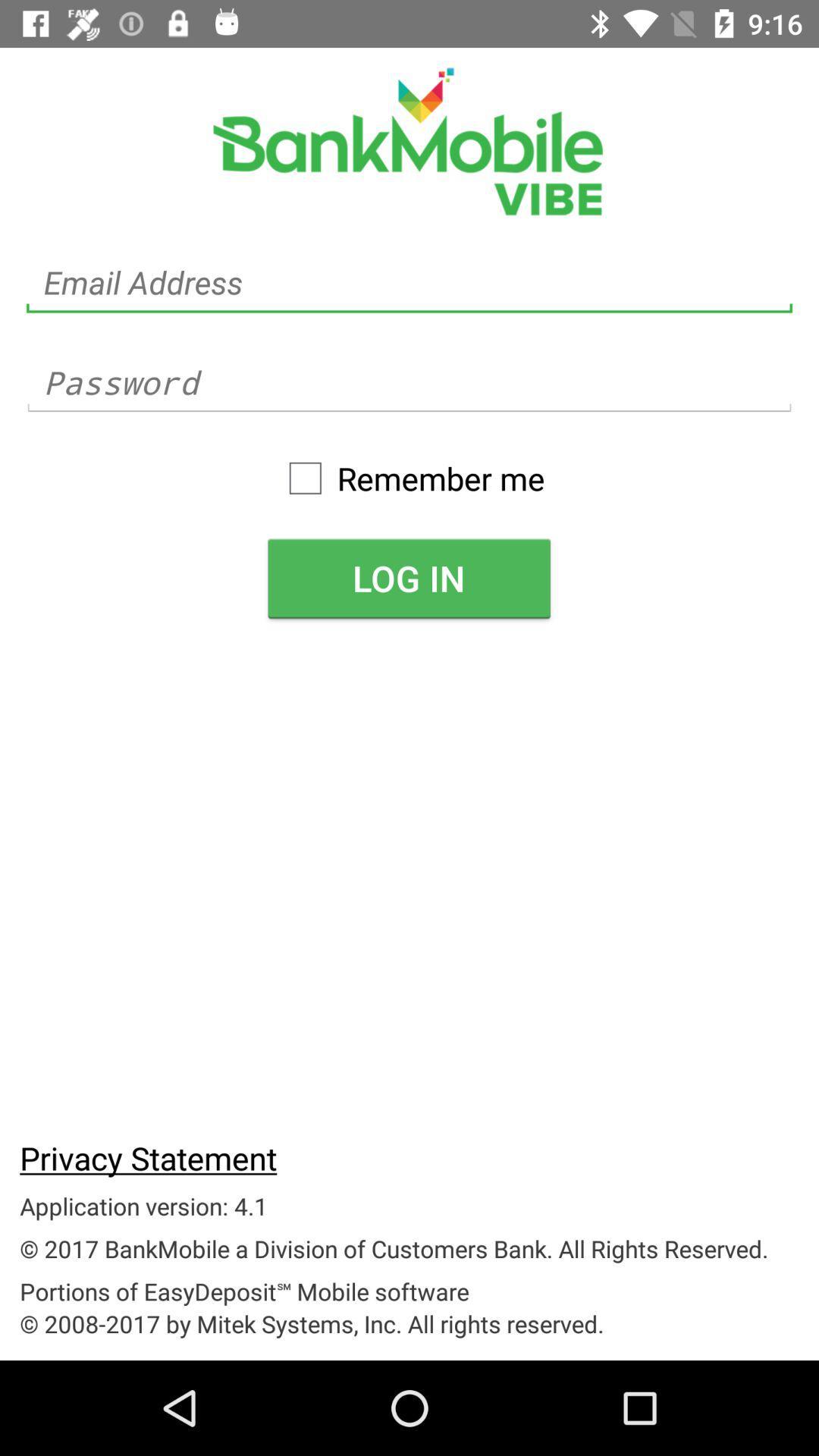 This screenshot has height=1456, width=819. What do you see at coordinates (409, 383) in the screenshot?
I see `the password` at bounding box center [409, 383].